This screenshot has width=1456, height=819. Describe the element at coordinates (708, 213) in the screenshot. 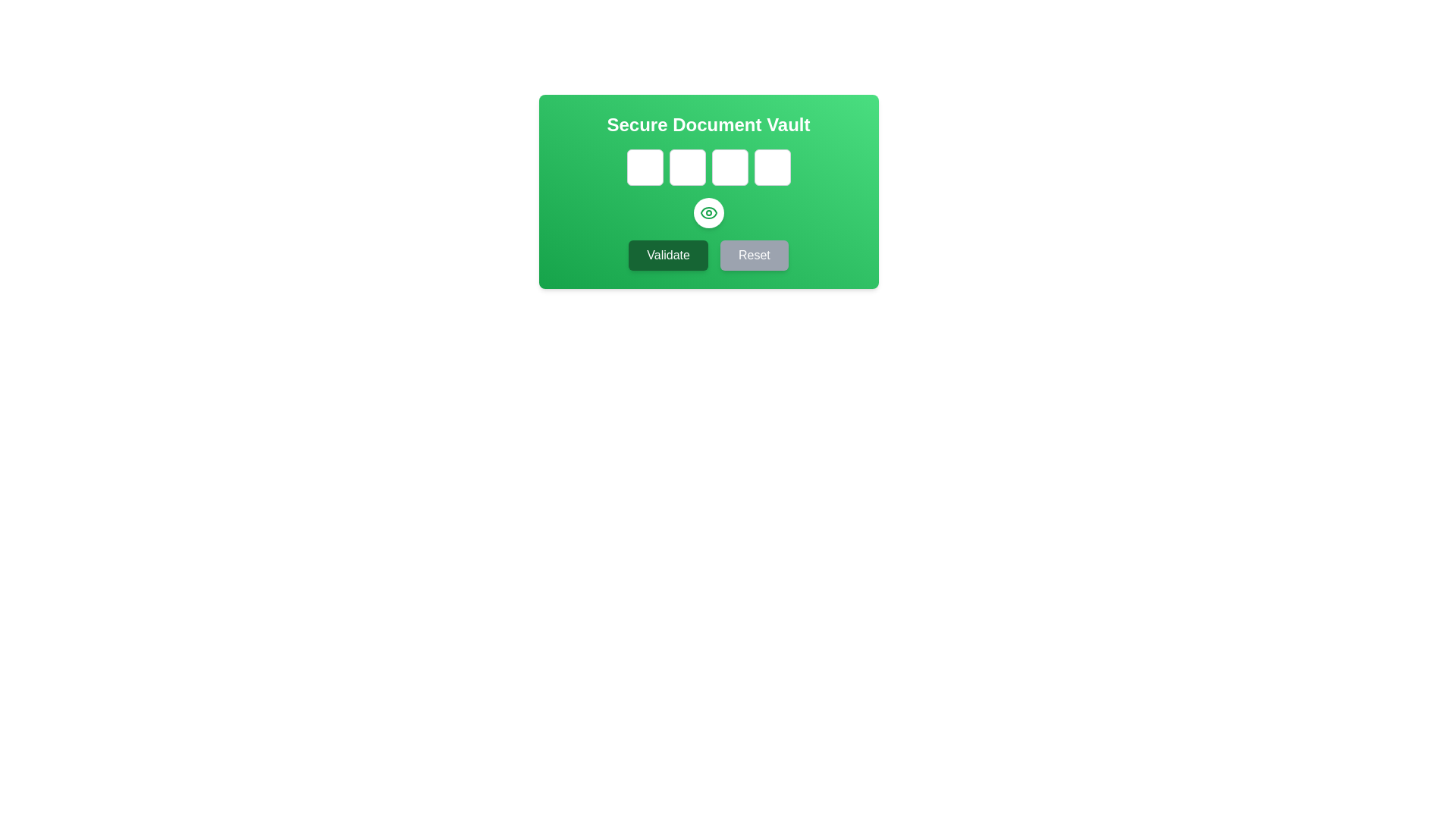

I see `the eye icon button, which toggles the visibility of the password, located between the 'Validate' and 'Reset' buttons` at that location.